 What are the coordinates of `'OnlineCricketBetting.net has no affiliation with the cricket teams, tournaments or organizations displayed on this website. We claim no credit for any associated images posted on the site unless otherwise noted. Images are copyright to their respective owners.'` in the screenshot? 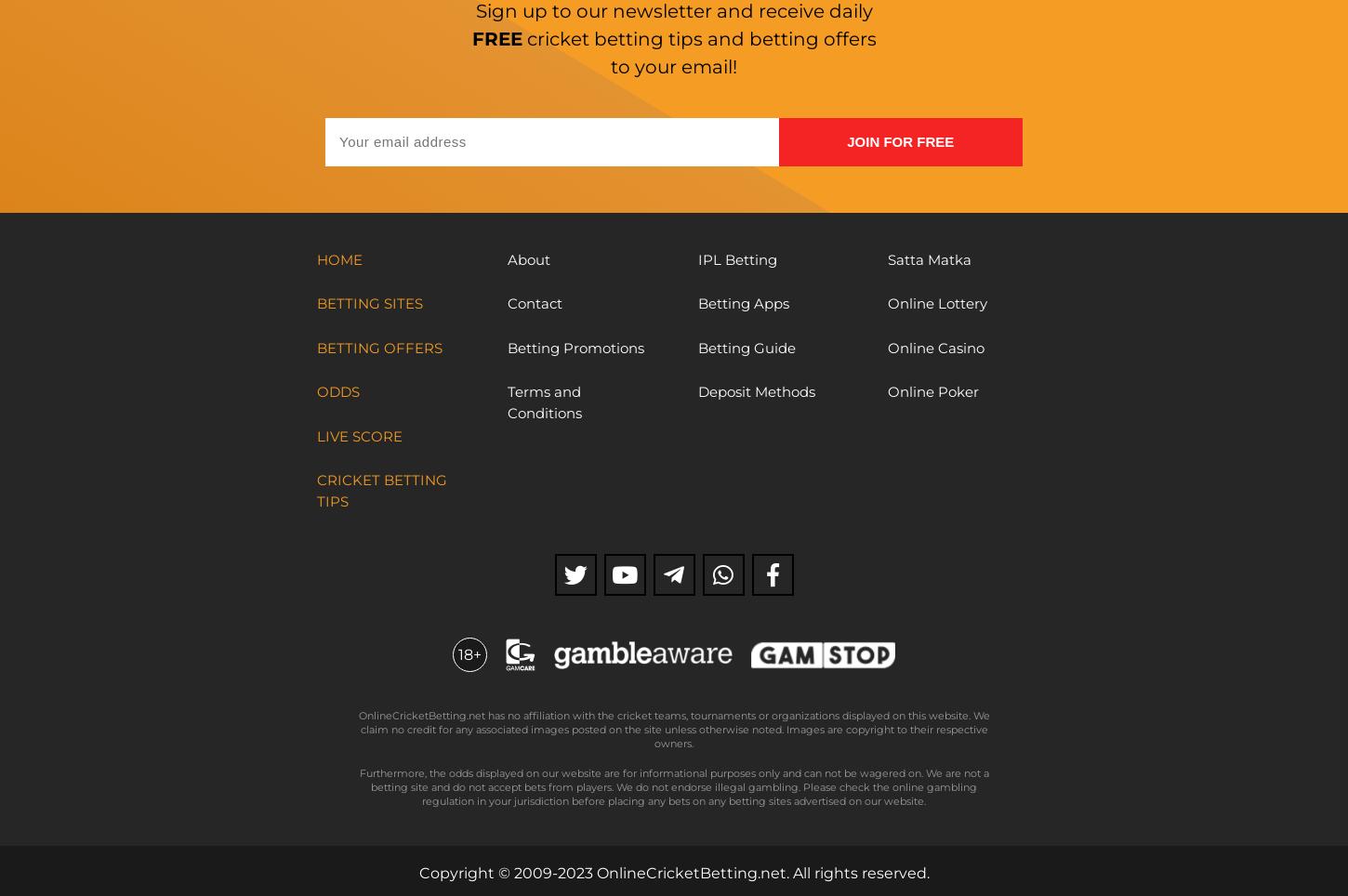 It's located at (672, 729).